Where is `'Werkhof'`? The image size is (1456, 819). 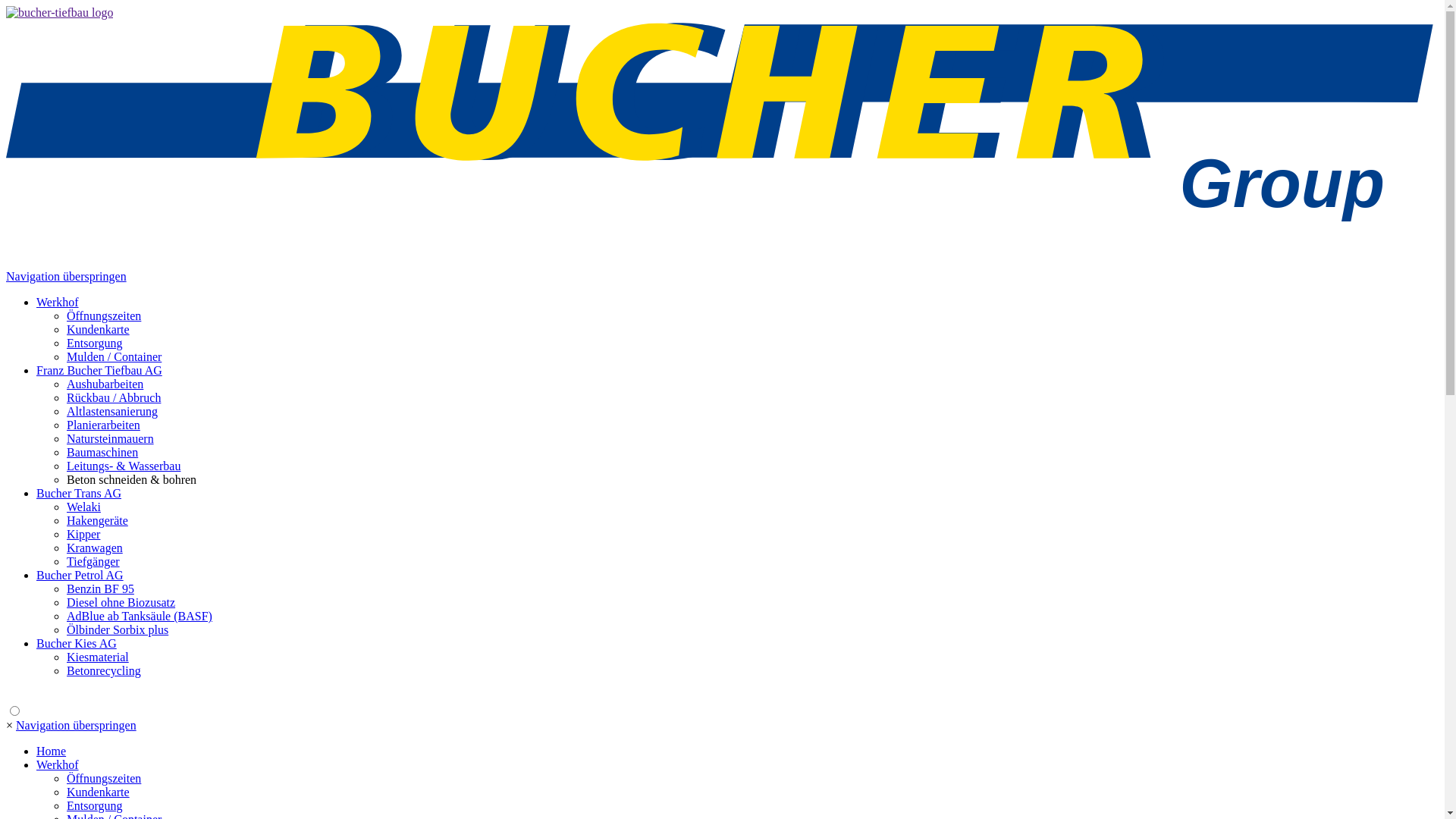
'Werkhof' is located at coordinates (36, 764).